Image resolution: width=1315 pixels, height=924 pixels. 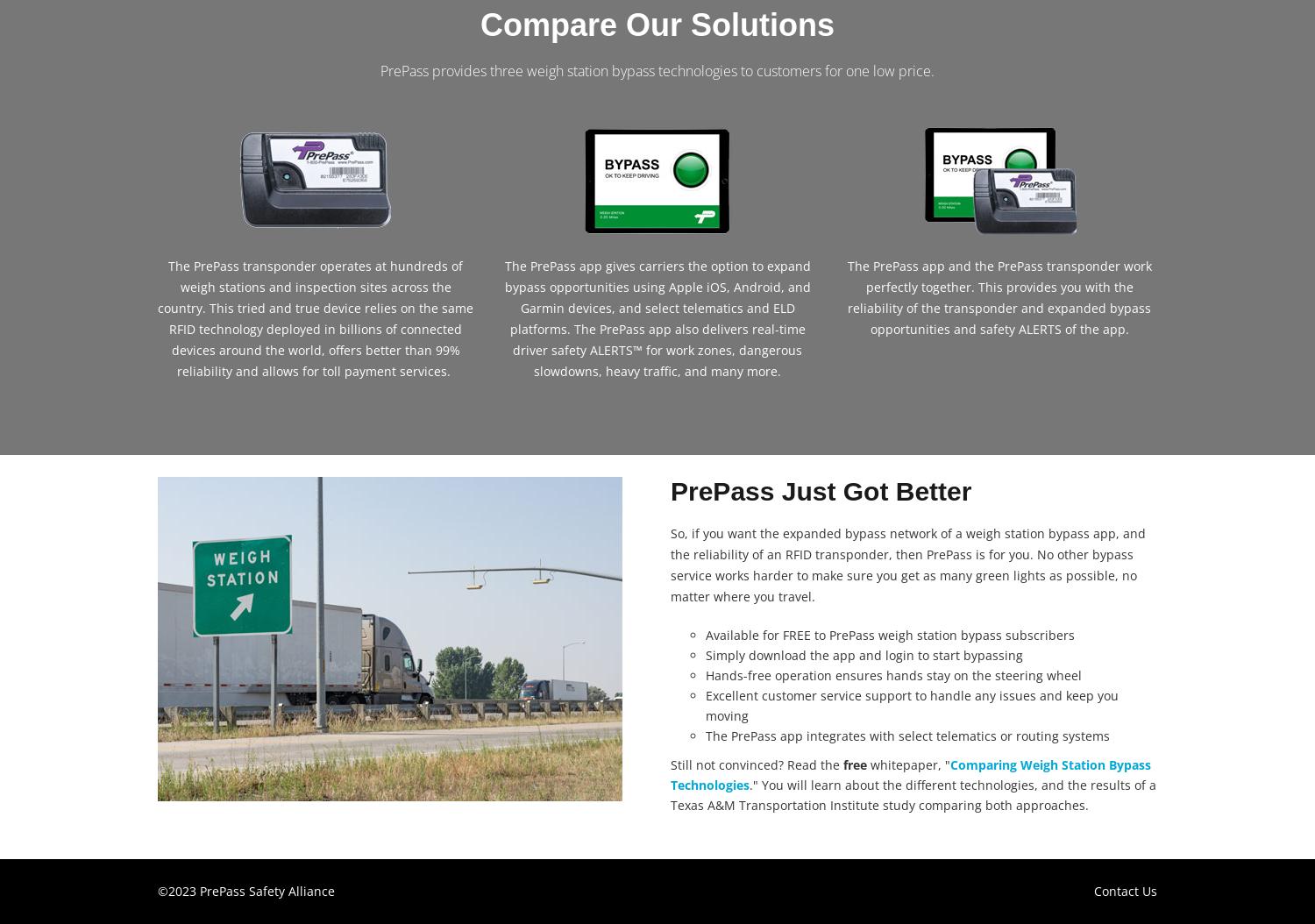 I want to click on 'Hands-free operation ensures hands stay on the steering wheel', so click(x=893, y=674).